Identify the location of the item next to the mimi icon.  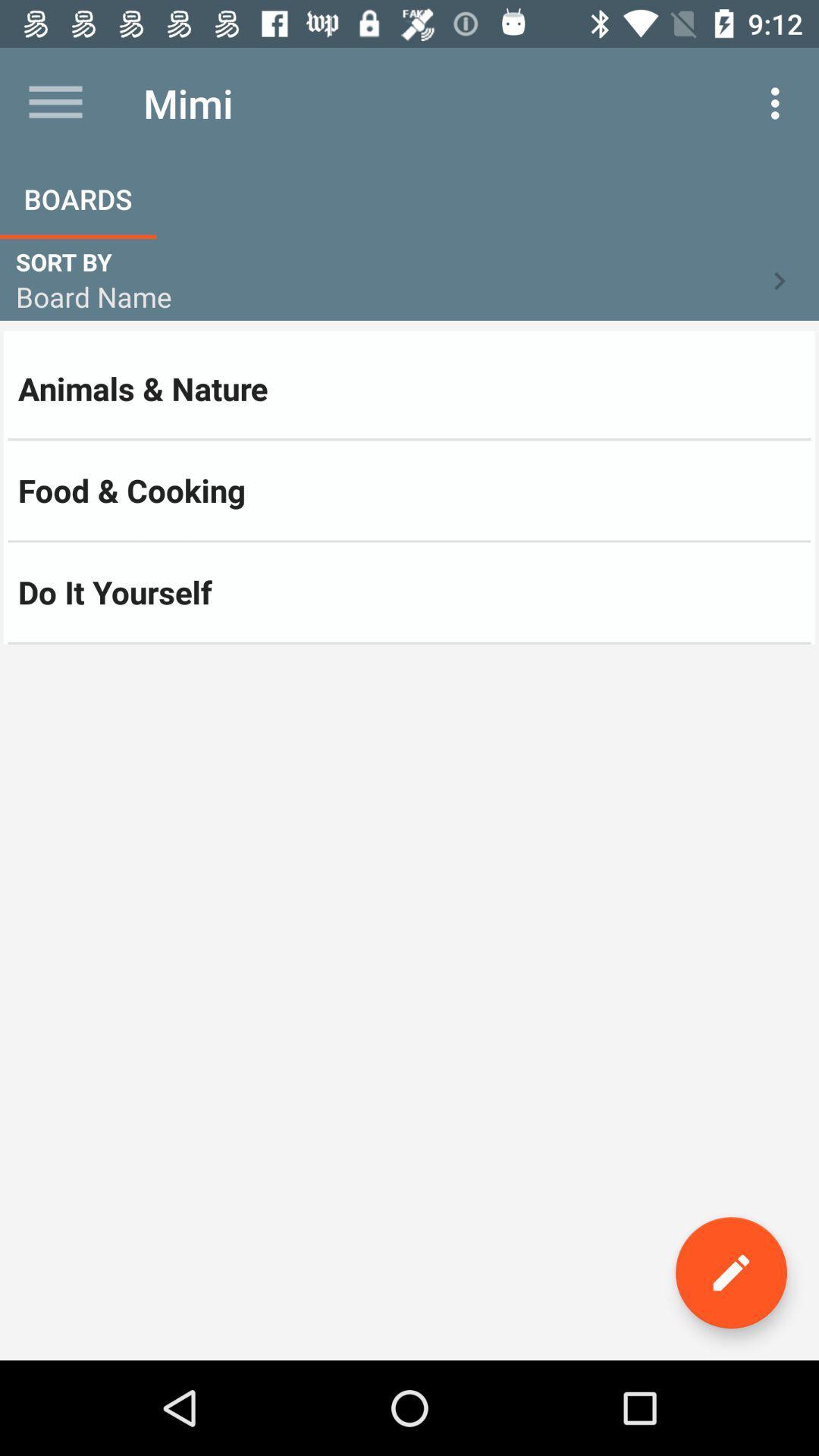
(779, 102).